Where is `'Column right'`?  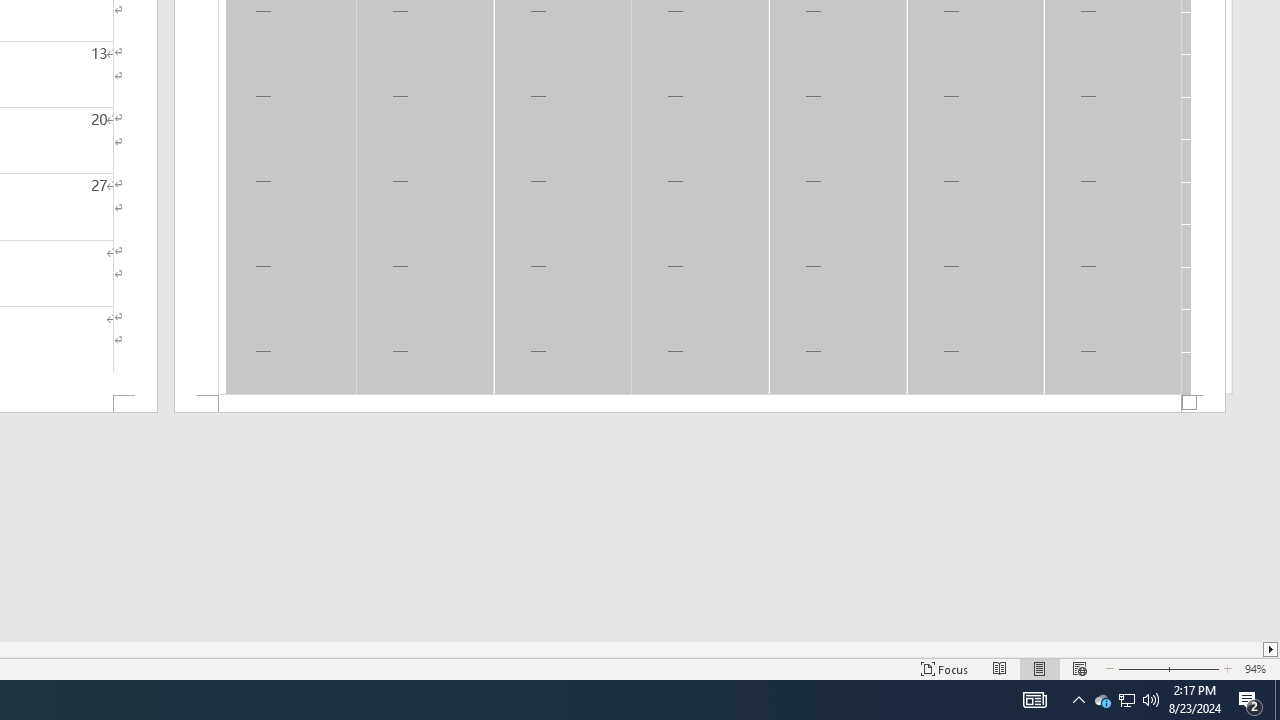 'Column right' is located at coordinates (1270, 649).